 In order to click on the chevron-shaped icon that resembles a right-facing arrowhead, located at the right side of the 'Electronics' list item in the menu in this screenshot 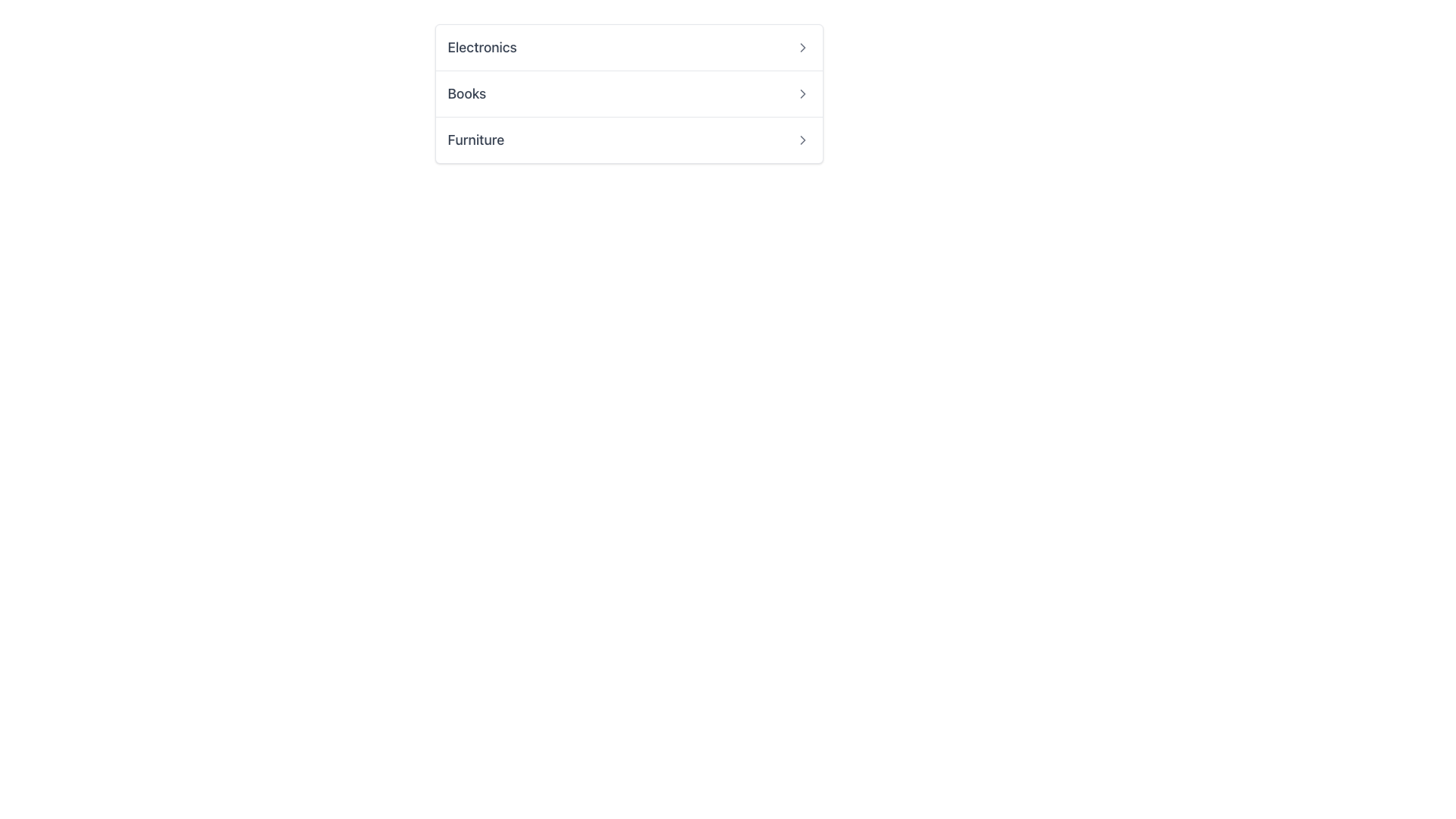, I will do `click(802, 46)`.